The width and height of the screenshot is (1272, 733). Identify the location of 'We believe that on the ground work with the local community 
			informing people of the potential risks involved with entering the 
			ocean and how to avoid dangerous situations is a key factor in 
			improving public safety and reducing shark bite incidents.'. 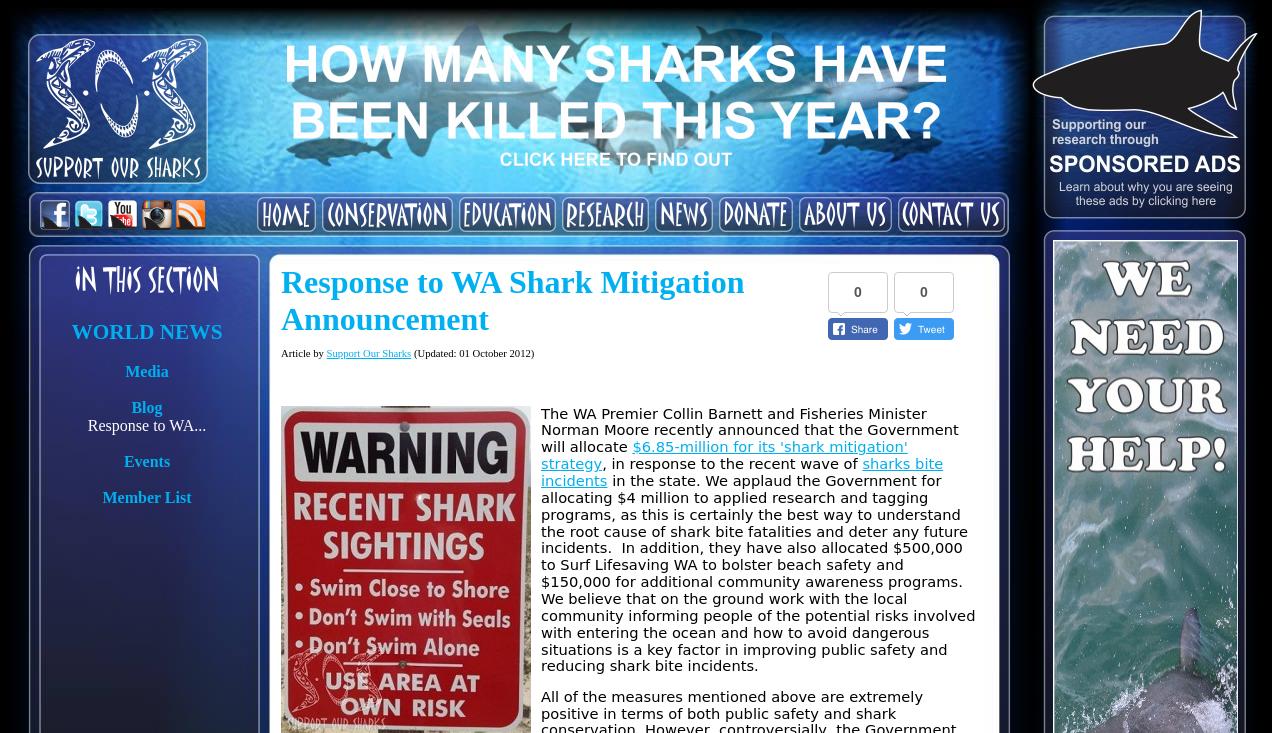
(756, 630).